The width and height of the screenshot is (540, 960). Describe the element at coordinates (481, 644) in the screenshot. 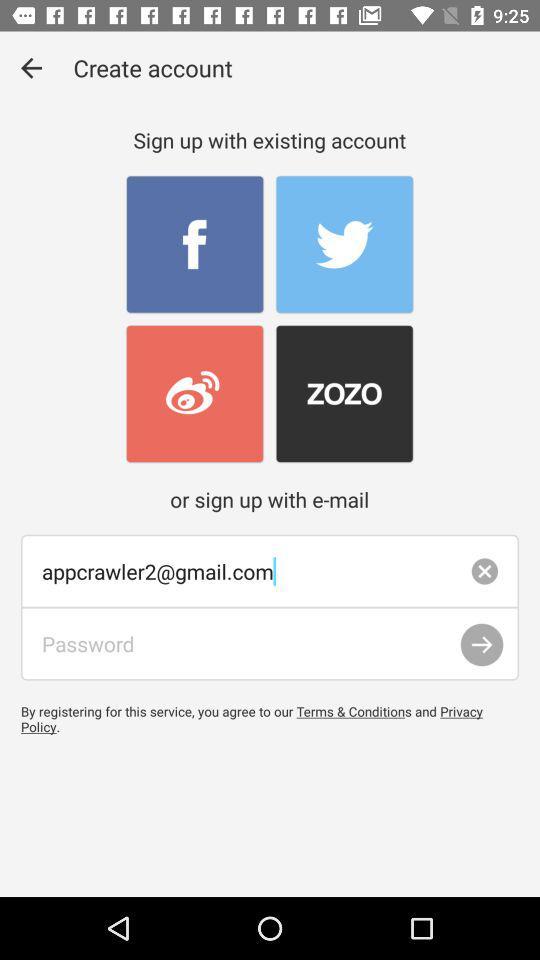

I see `icon at the bottom right corner` at that location.